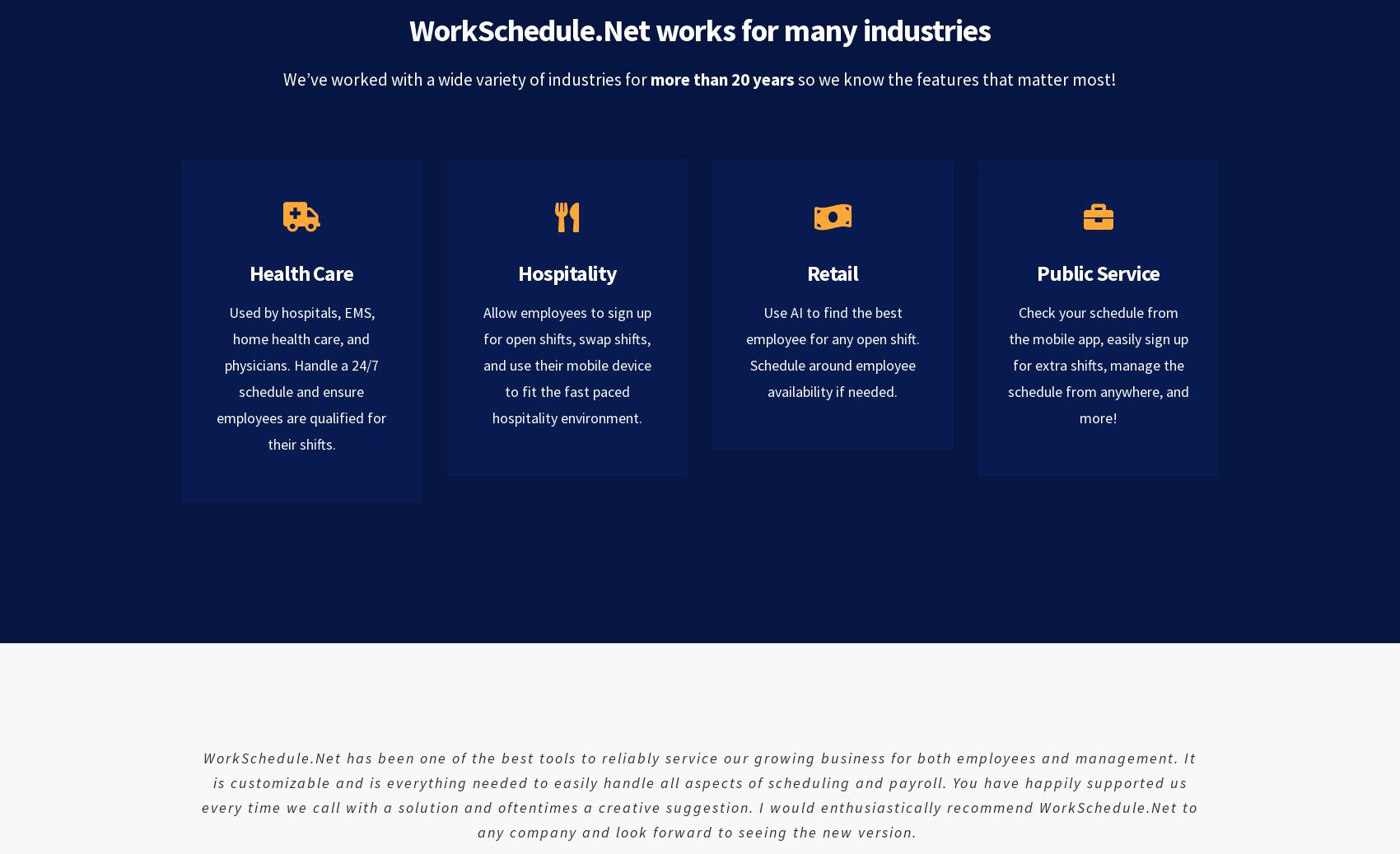 The height and width of the screenshot is (854, 1400). I want to click on 'We’ve worked with a wide variety of industries for', so click(465, 78).